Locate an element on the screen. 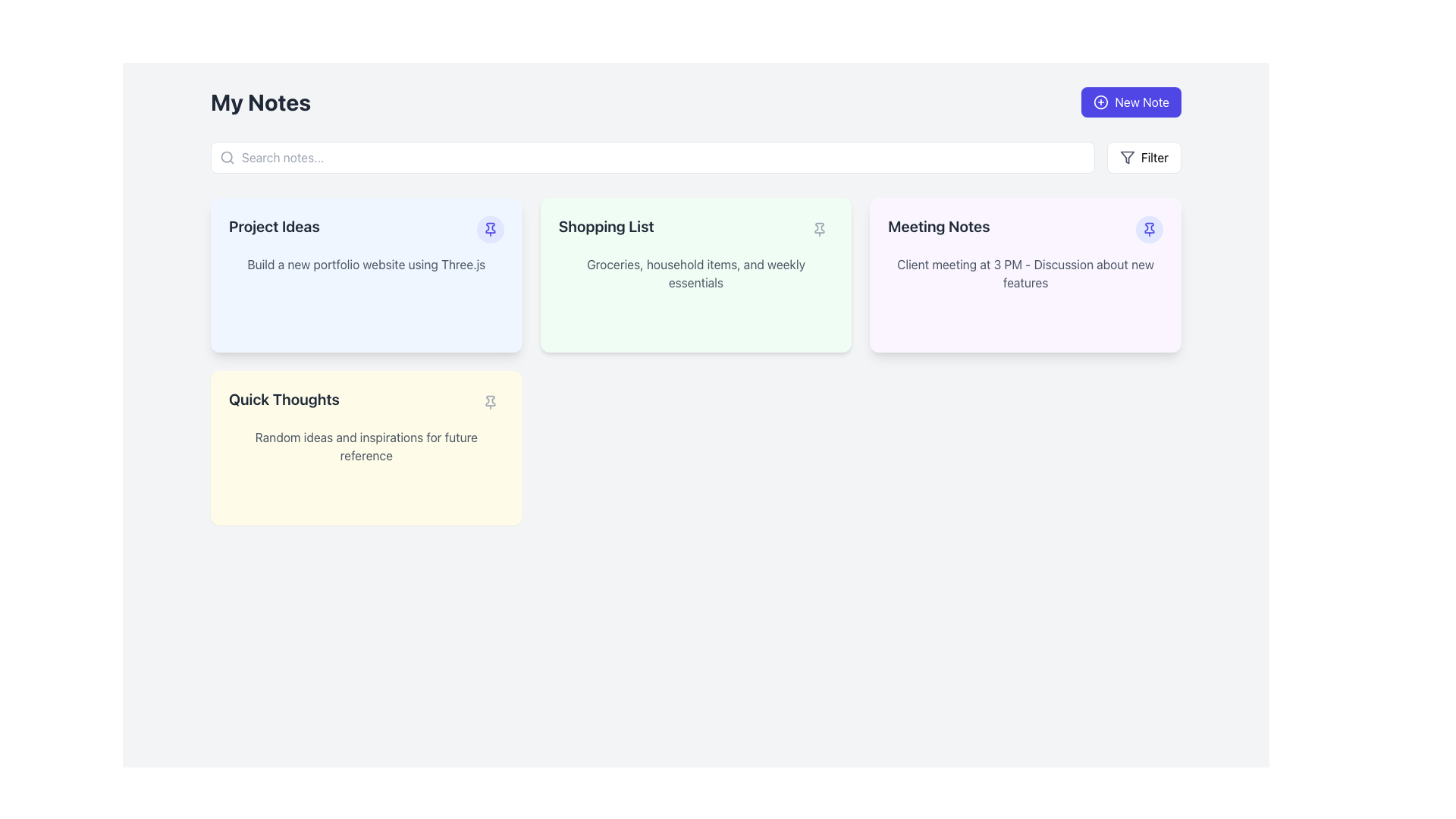  the decorative graphical circle element centered within the larger circular icon located at the far top-right of the interface next to the 'New Note' button is located at coordinates (1101, 102).